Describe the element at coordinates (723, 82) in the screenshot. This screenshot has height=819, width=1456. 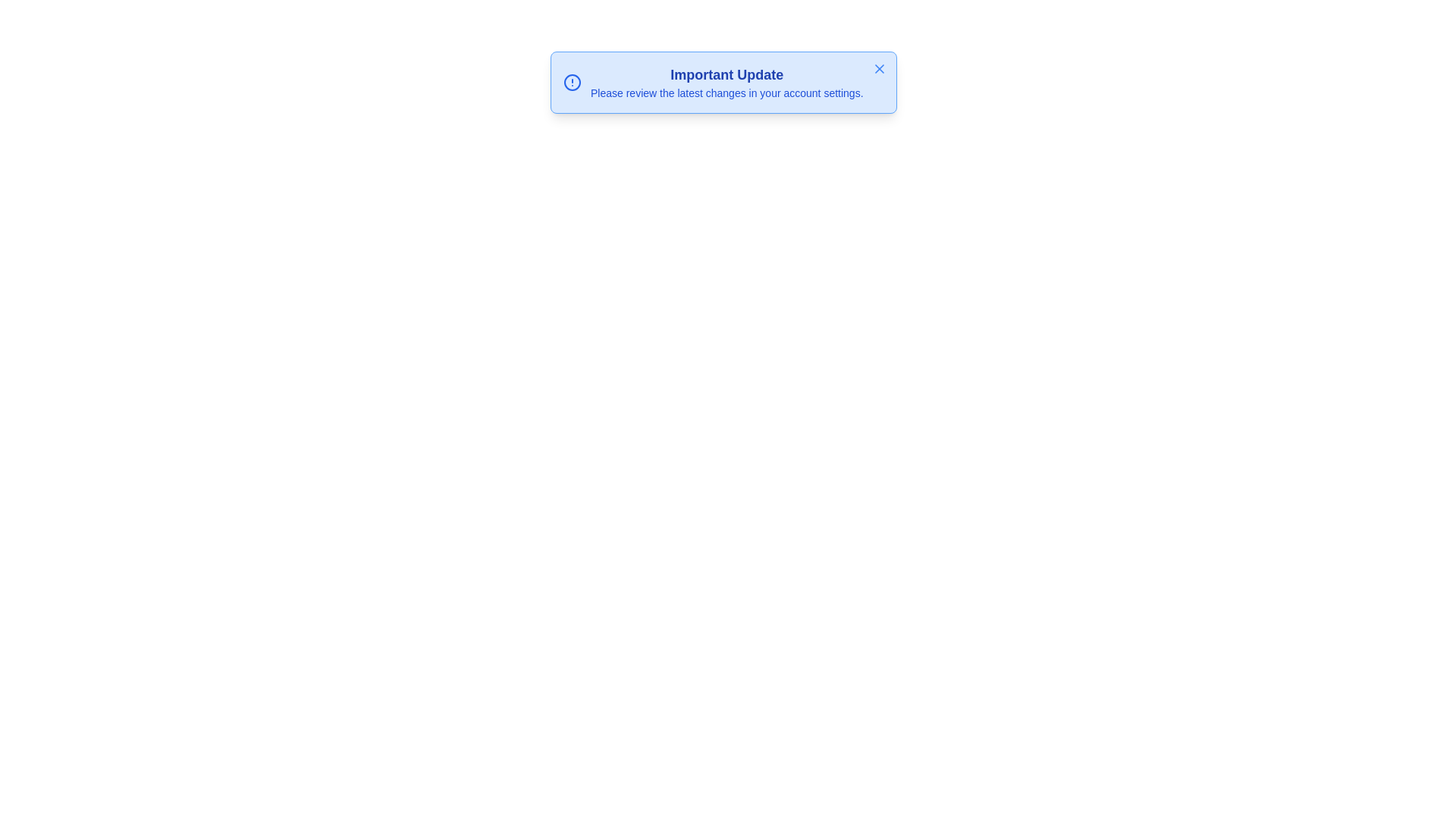
I see `the Notification banner that has a light blue background, blue borders, and contains the heading 'Important Update' with an alert icon on the left and a close button on the right` at that location.